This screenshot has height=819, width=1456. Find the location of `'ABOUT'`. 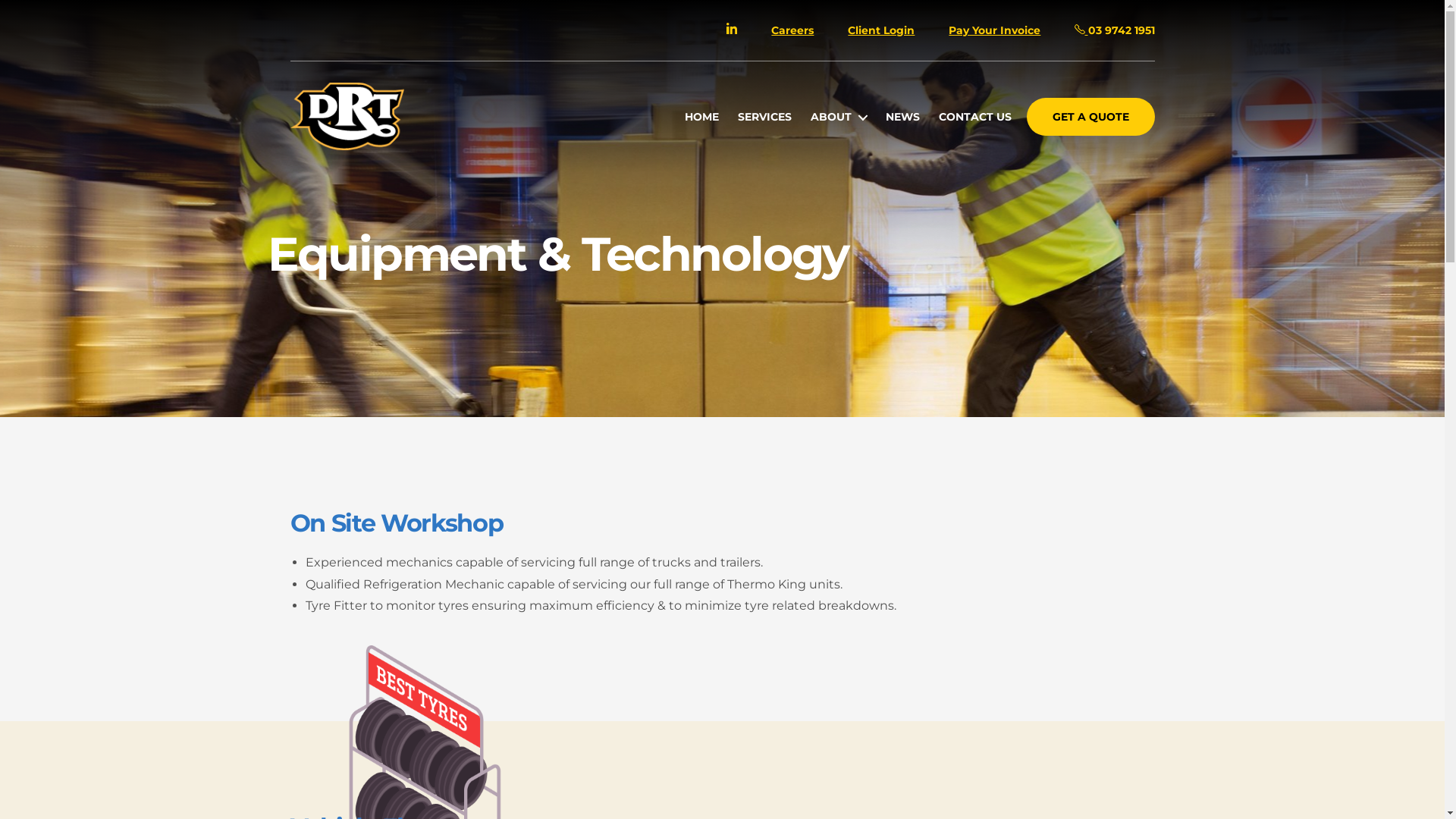

'ABOUT' is located at coordinates (837, 116).